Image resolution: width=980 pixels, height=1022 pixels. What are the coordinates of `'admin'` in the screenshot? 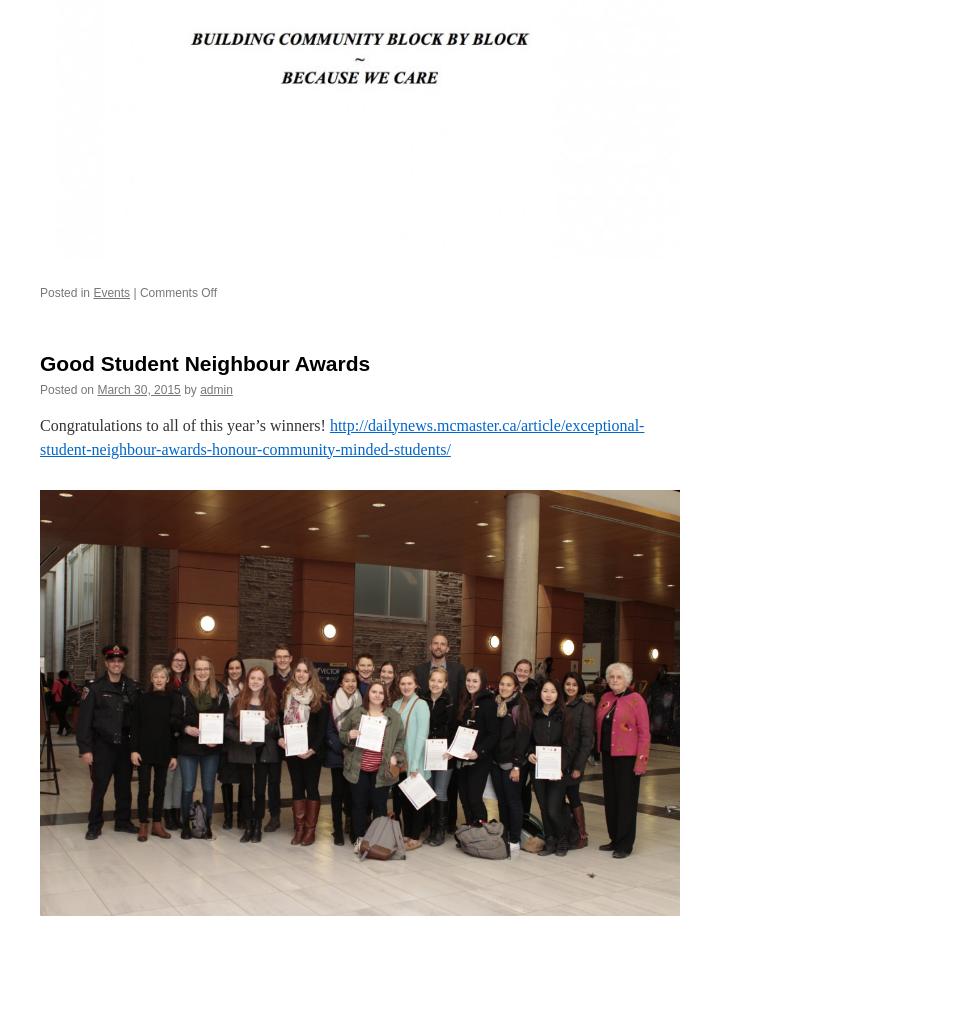 It's located at (215, 387).